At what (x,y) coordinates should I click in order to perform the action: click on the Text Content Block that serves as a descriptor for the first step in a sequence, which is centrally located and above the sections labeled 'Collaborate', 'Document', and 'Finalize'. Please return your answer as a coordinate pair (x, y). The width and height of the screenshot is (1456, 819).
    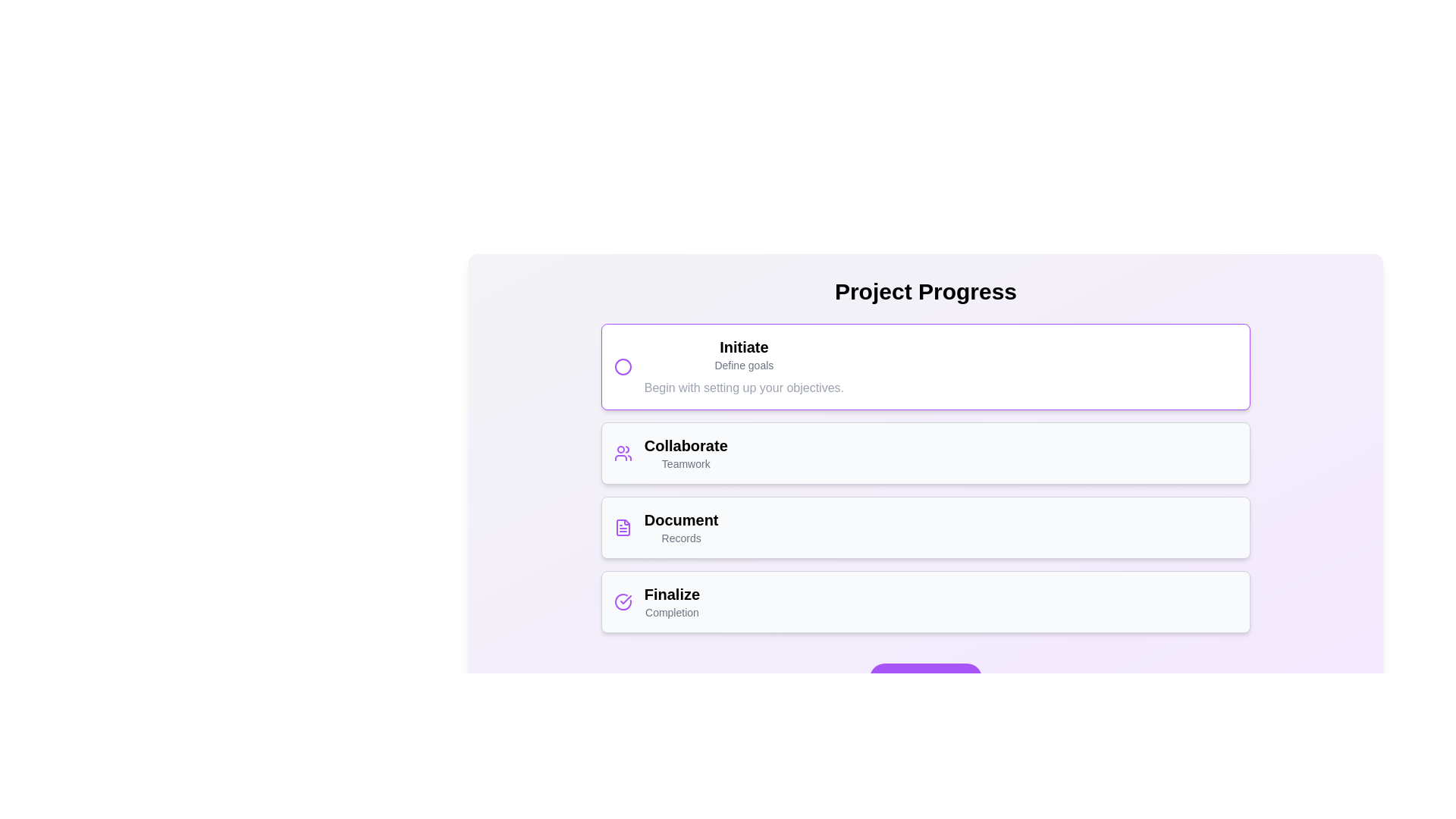
    Looking at the image, I should click on (744, 366).